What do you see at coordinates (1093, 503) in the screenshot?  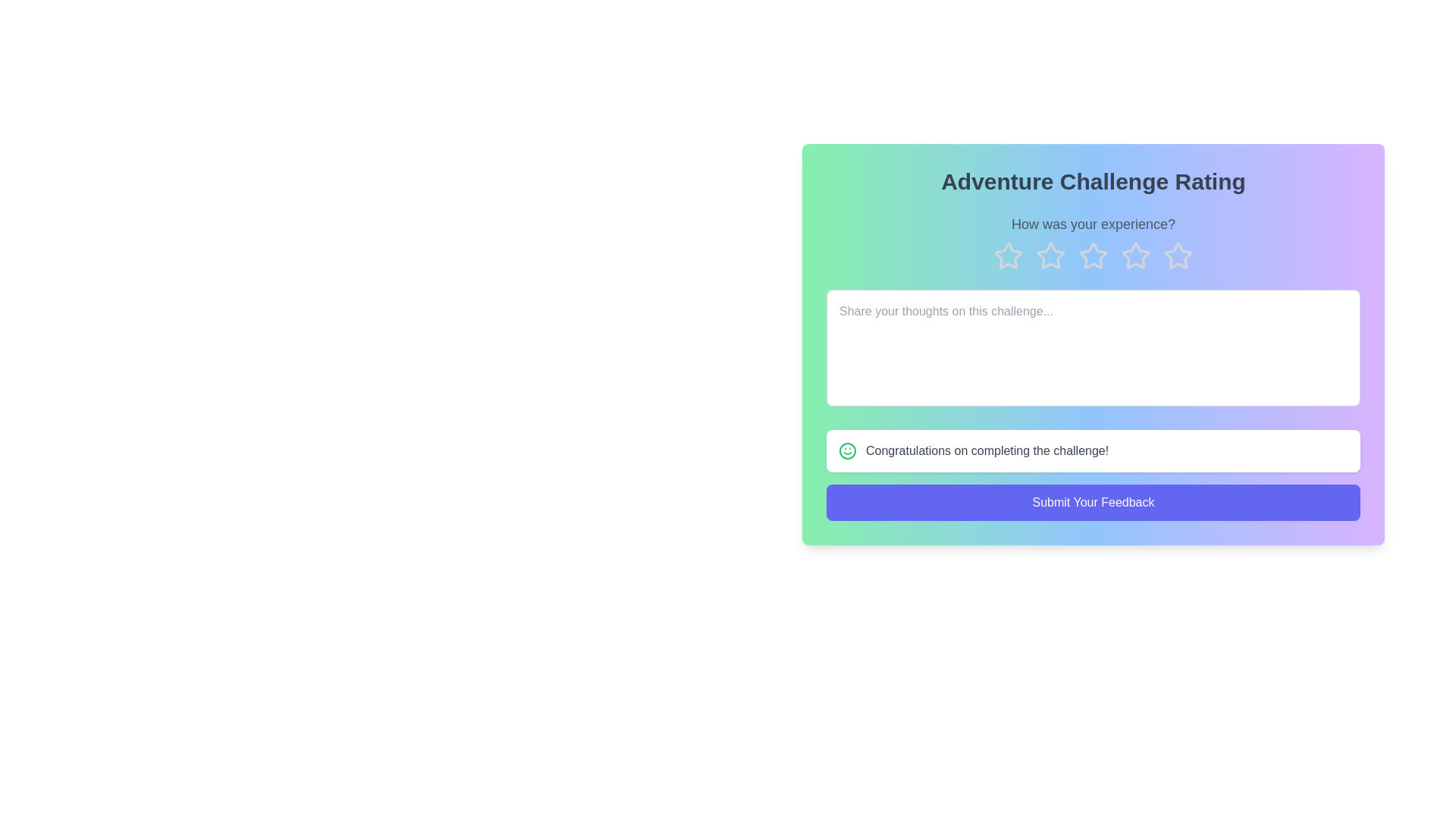 I see `the 'Submit Your Feedback' button, which is a vibrant indigo button with rounded corners located at the bottom of the feedback form` at bounding box center [1093, 503].